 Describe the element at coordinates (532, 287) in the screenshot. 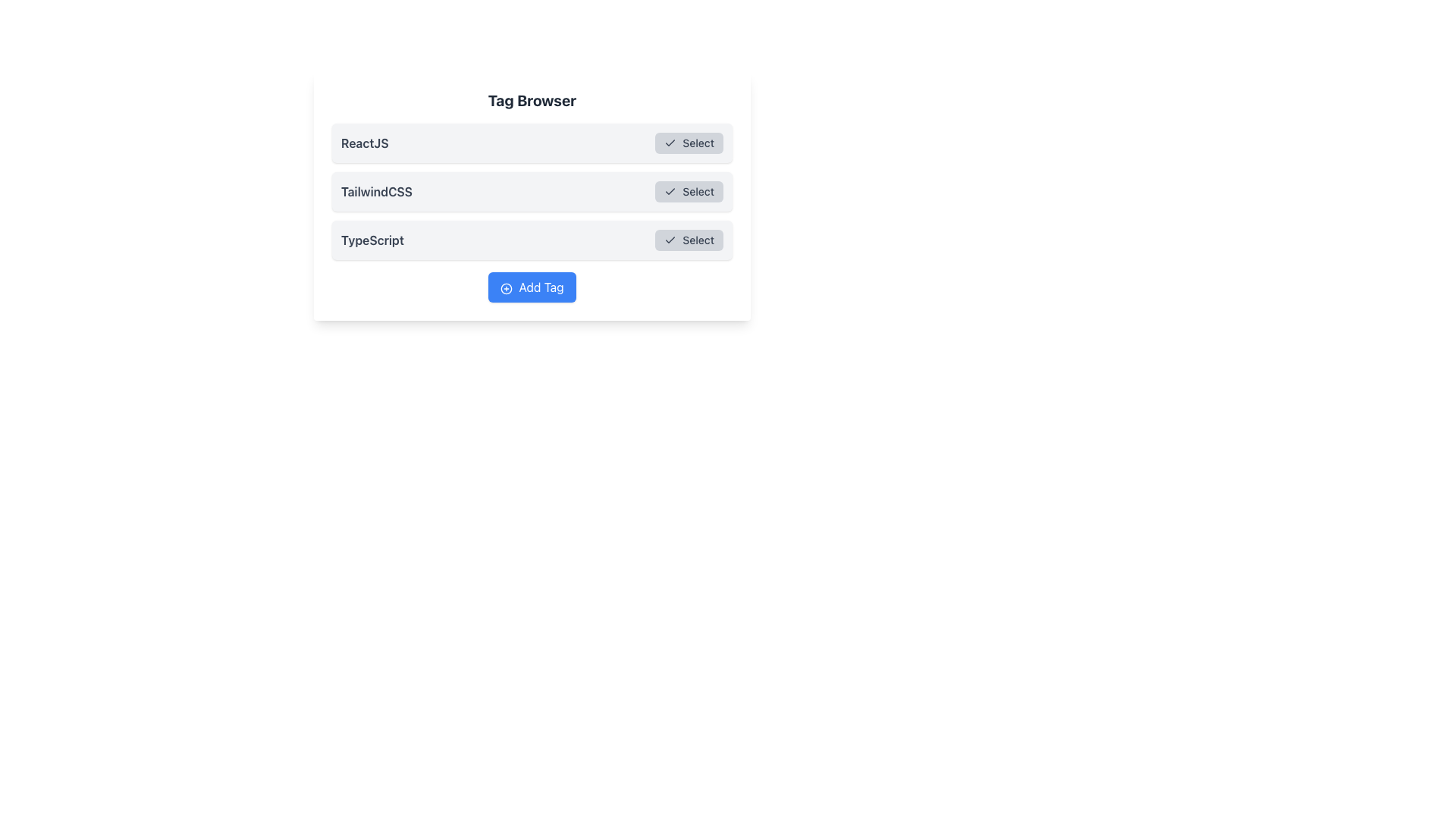

I see `the blue 'Add Tag' button located at the bottom of the 'Tag Browser' box` at that location.